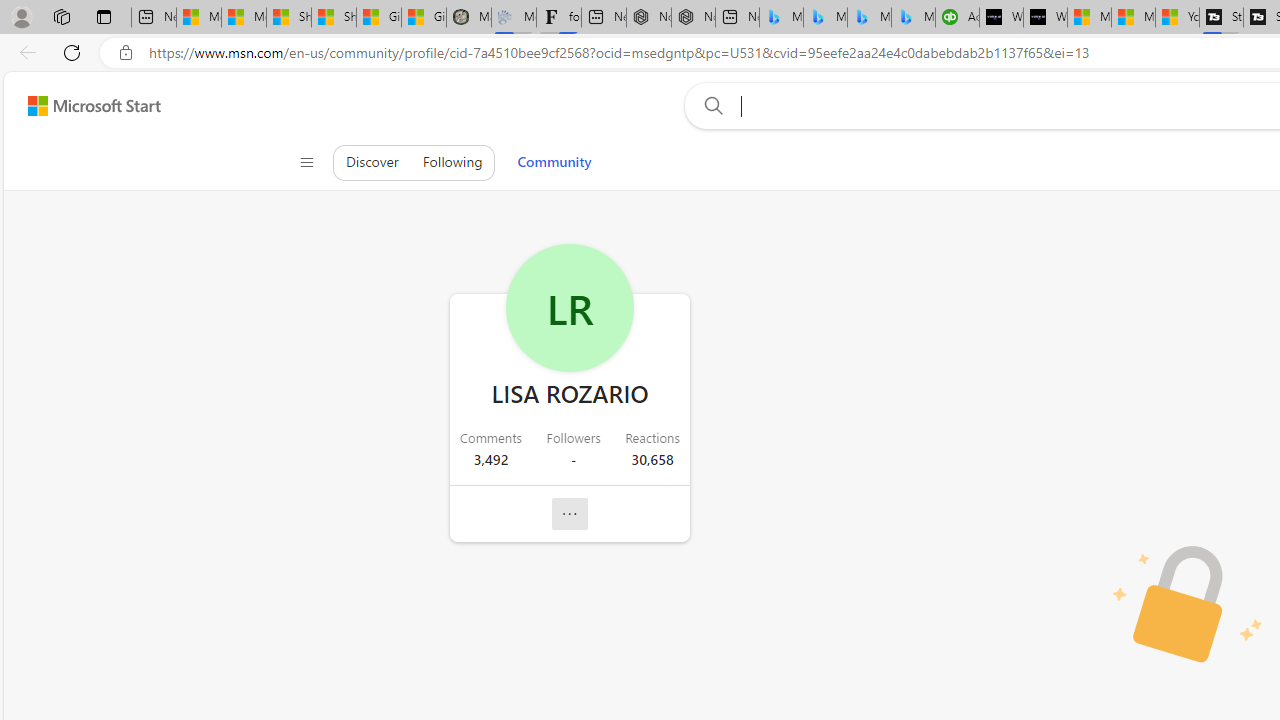  I want to click on 'Skip to content', so click(86, 105).